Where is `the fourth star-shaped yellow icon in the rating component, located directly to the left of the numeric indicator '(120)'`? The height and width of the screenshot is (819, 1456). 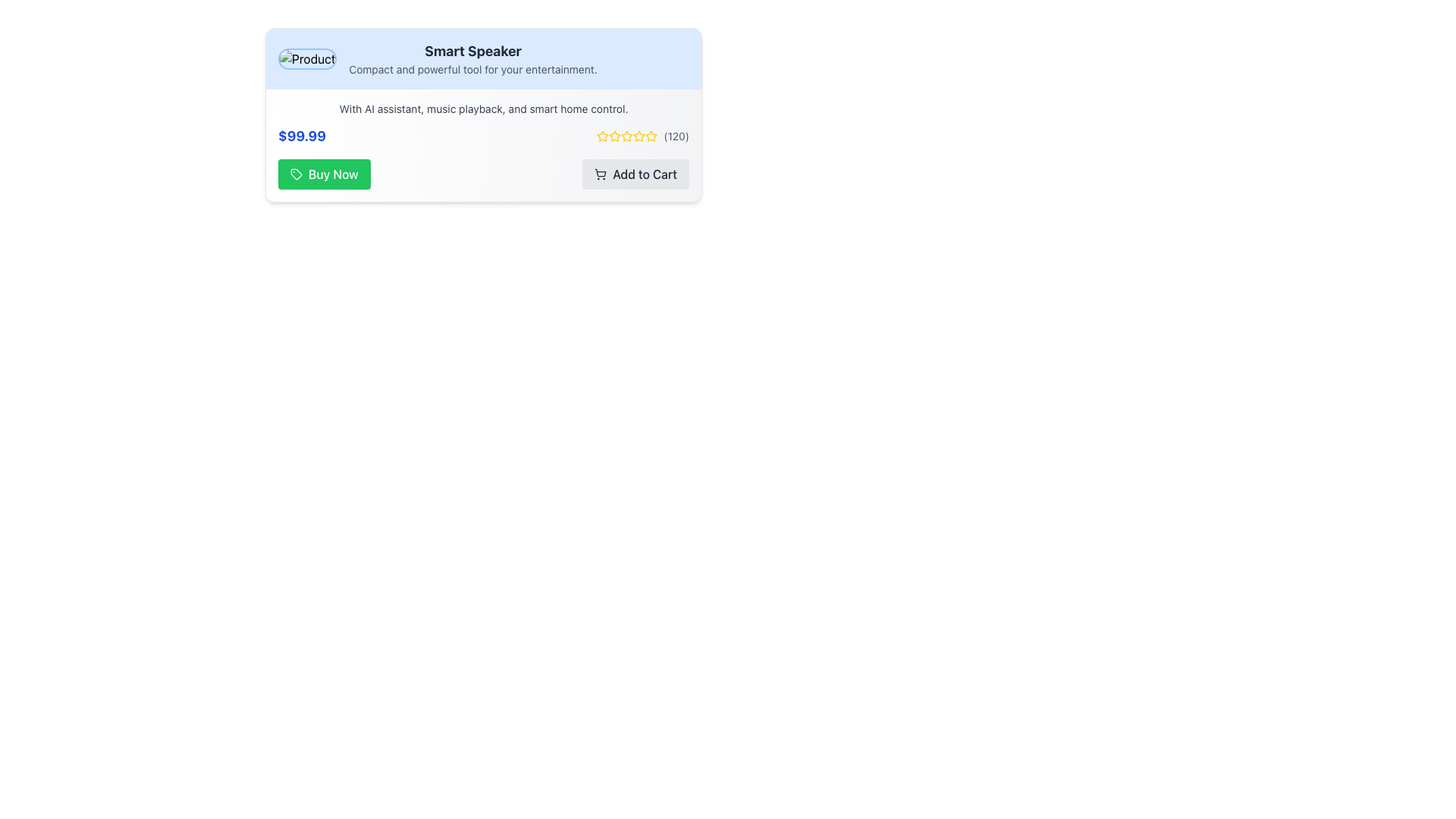 the fourth star-shaped yellow icon in the rating component, located directly to the left of the numeric indicator '(120)' is located at coordinates (639, 136).